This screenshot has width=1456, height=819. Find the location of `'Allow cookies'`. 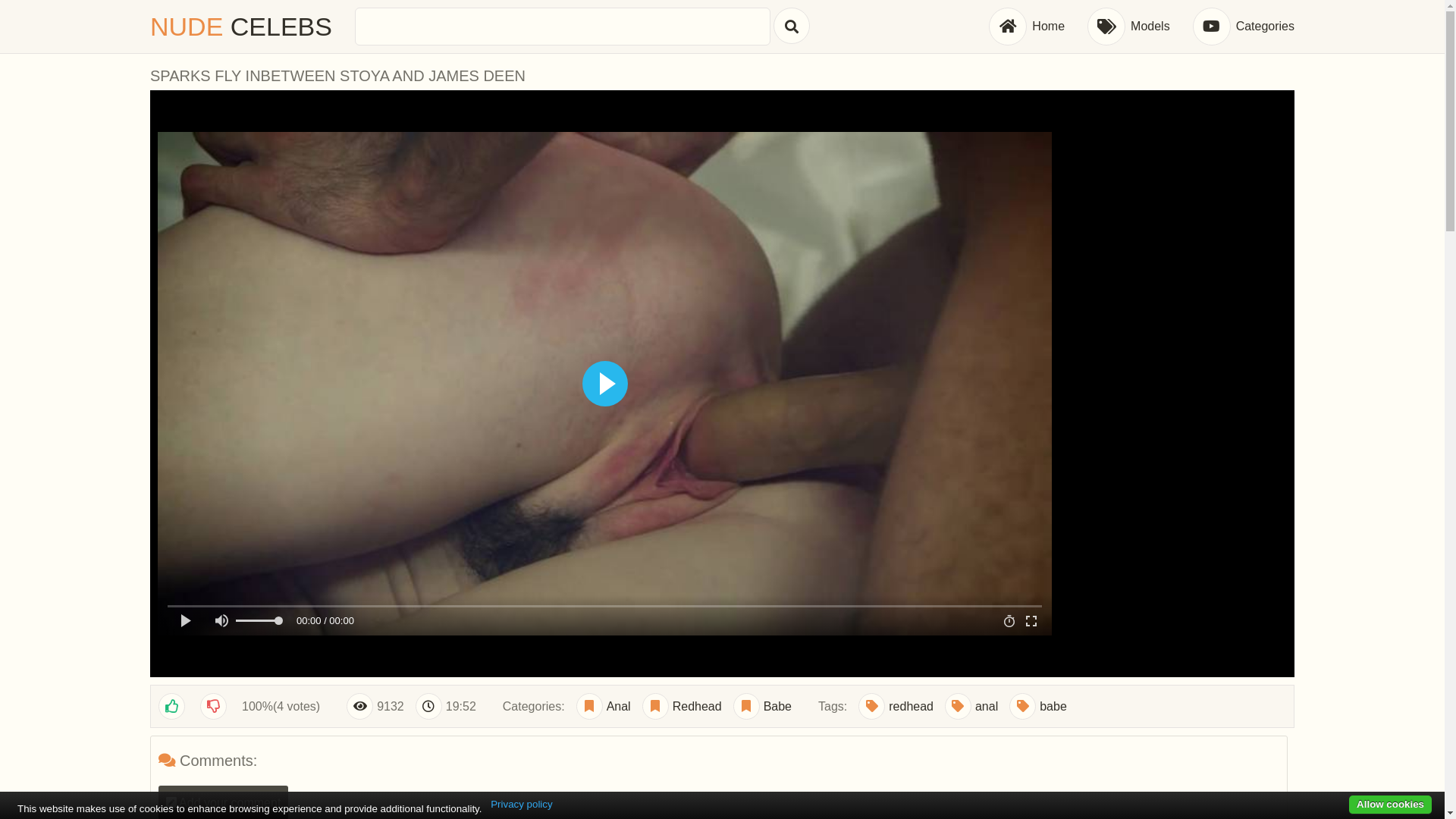

'Allow cookies' is located at coordinates (1390, 804).